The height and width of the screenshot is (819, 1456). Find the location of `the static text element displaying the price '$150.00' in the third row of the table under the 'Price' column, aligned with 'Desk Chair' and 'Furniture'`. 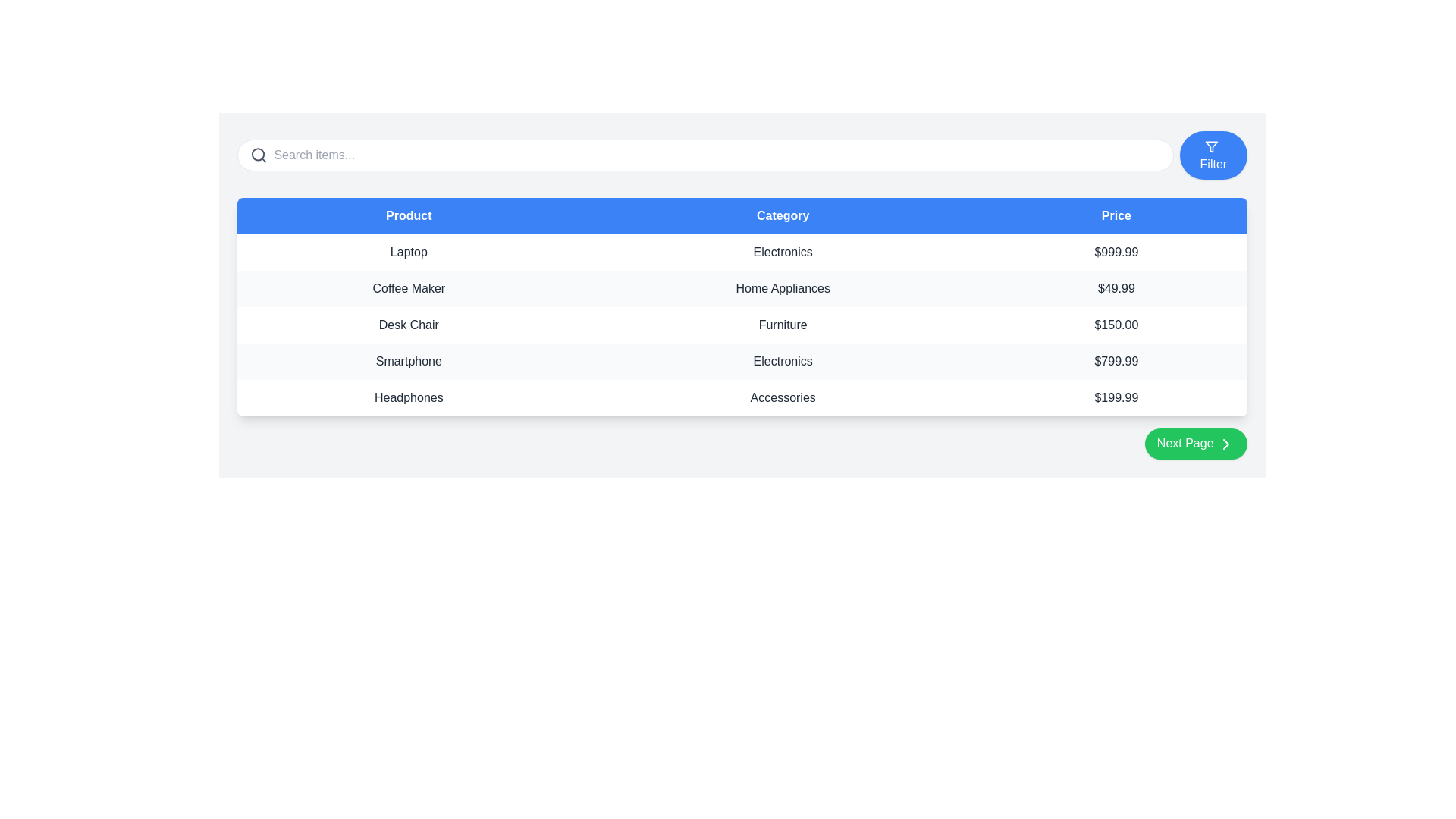

the static text element displaying the price '$150.00' in the third row of the table under the 'Price' column, aligned with 'Desk Chair' and 'Furniture' is located at coordinates (1116, 324).